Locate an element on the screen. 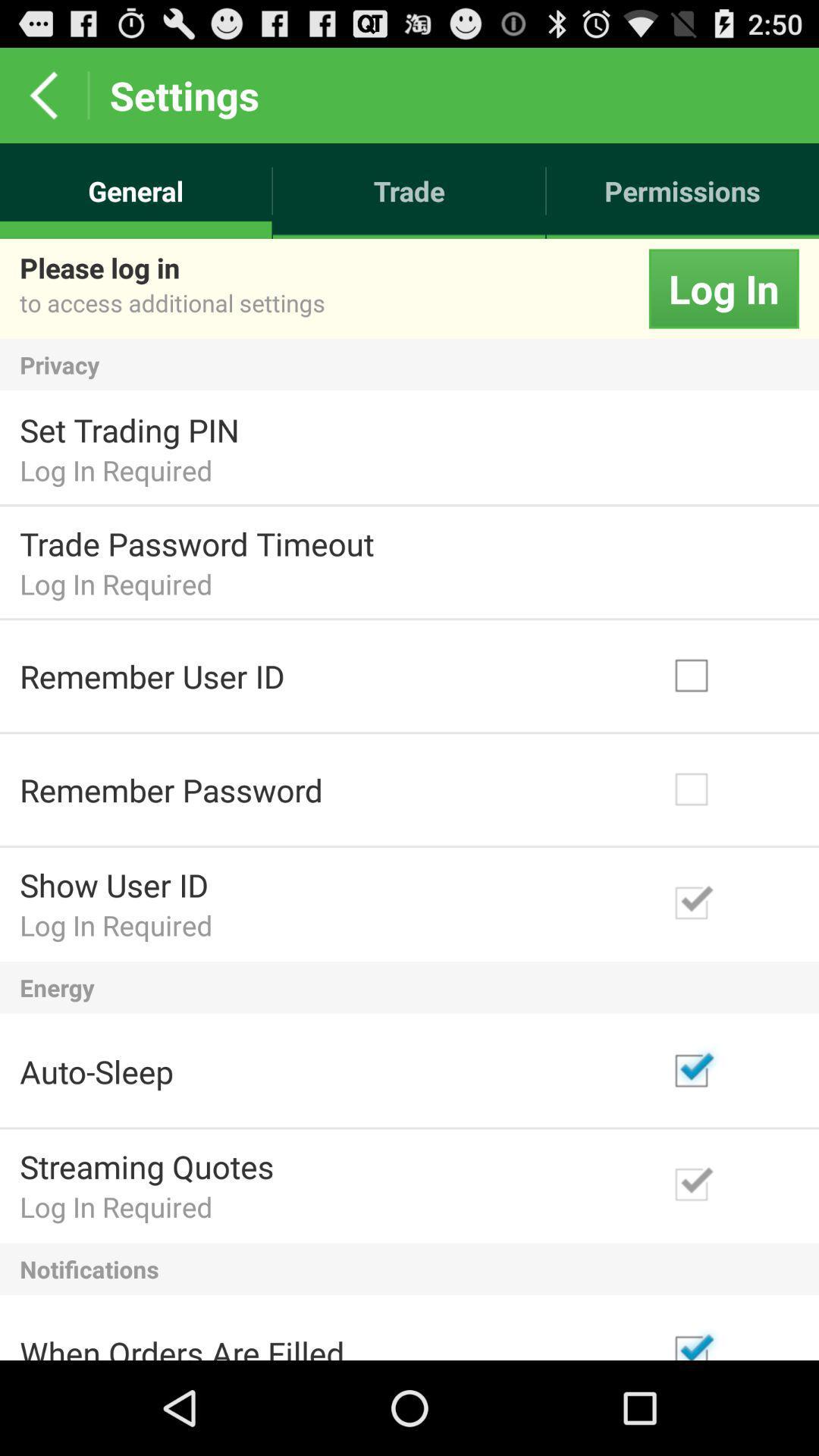 This screenshot has height=1456, width=819. the item to the left of the trade icon is located at coordinates (135, 190).